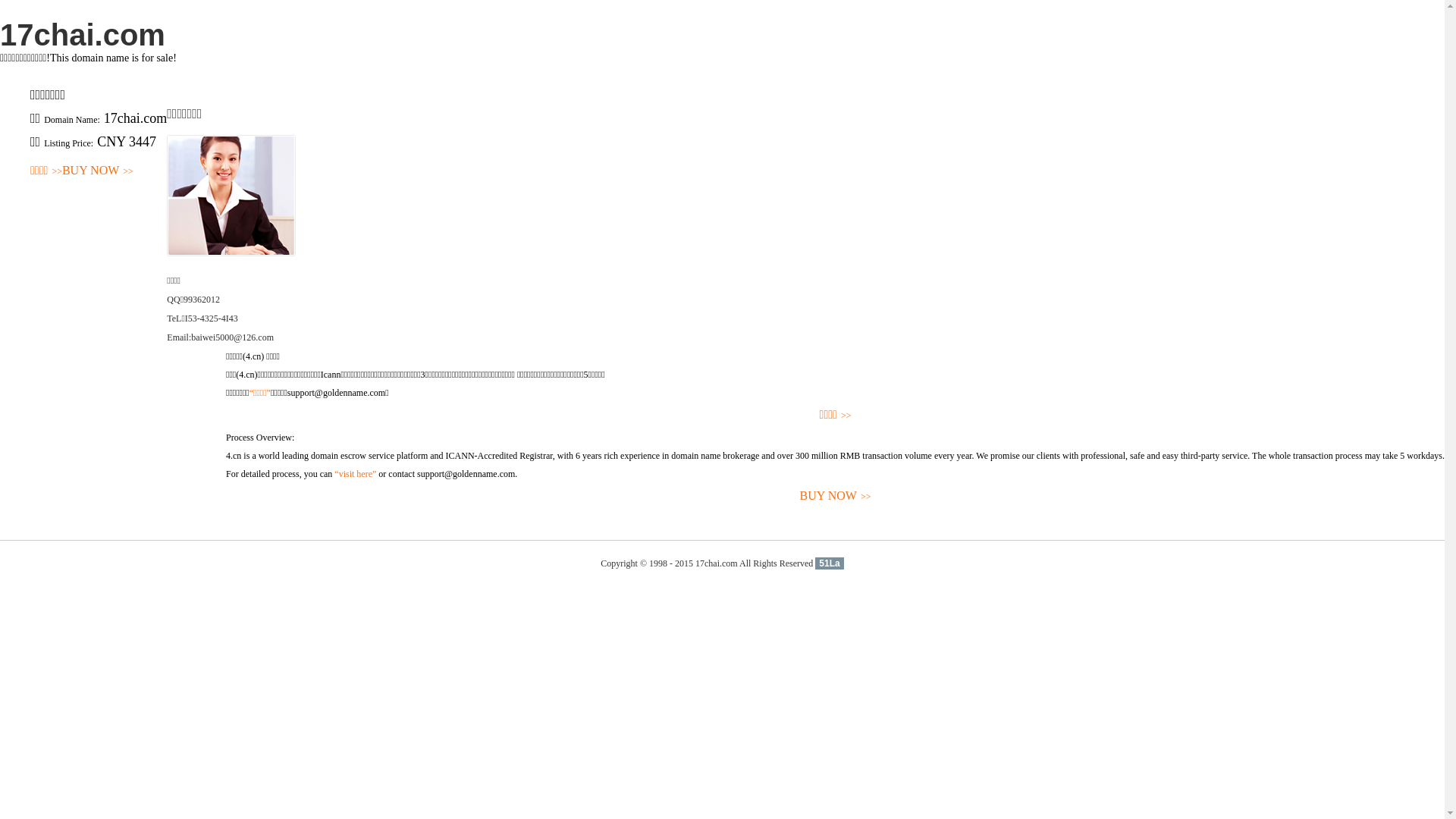  What do you see at coordinates (814, 563) in the screenshot?
I see `'51La'` at bounding box center [814, 563].